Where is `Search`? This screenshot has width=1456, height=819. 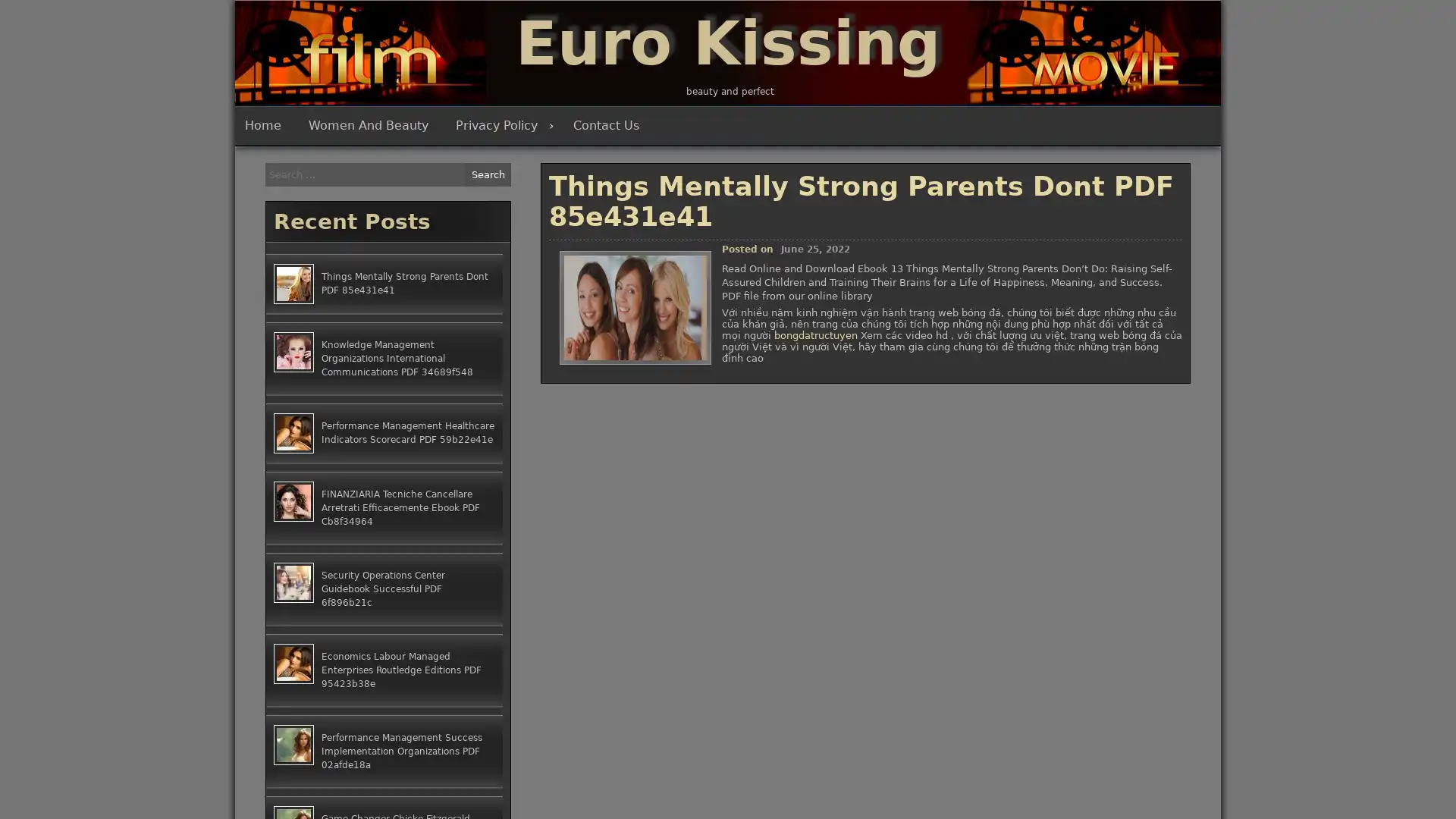
Search is located at coordinates (488, 174).